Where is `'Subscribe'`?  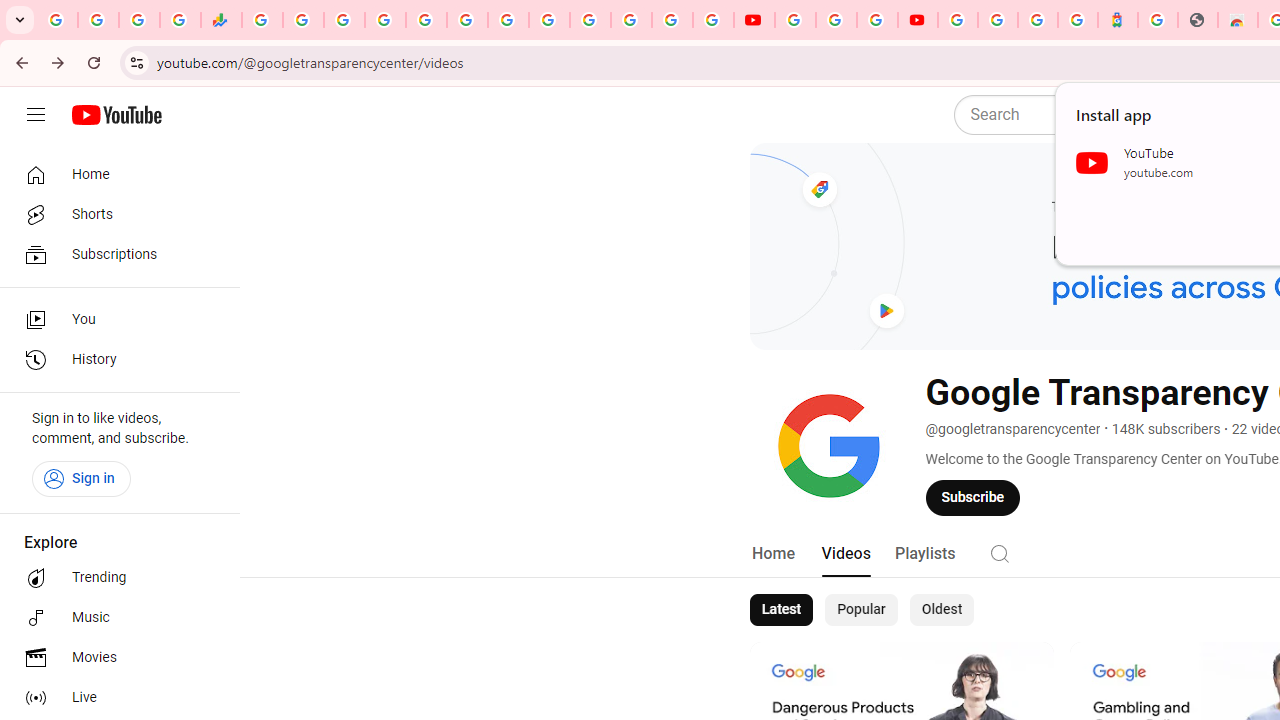
'Subscribe' is located at coordinates (973, 496).